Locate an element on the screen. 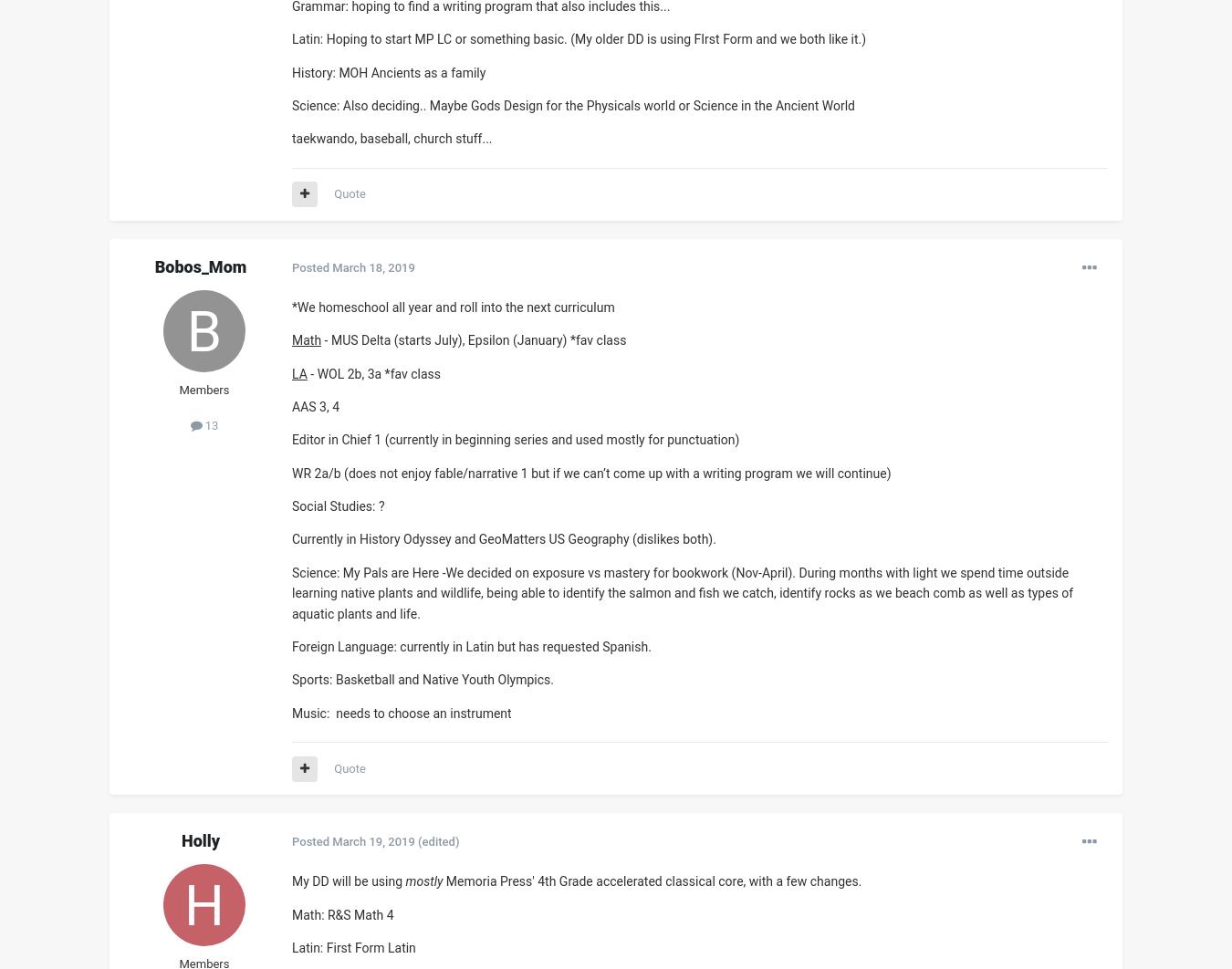  'WR 2a/b (does not enjoy fable/narrative 1 but if we can’t come up with a writing program we will continue)' is located at coordinates (593, 472).